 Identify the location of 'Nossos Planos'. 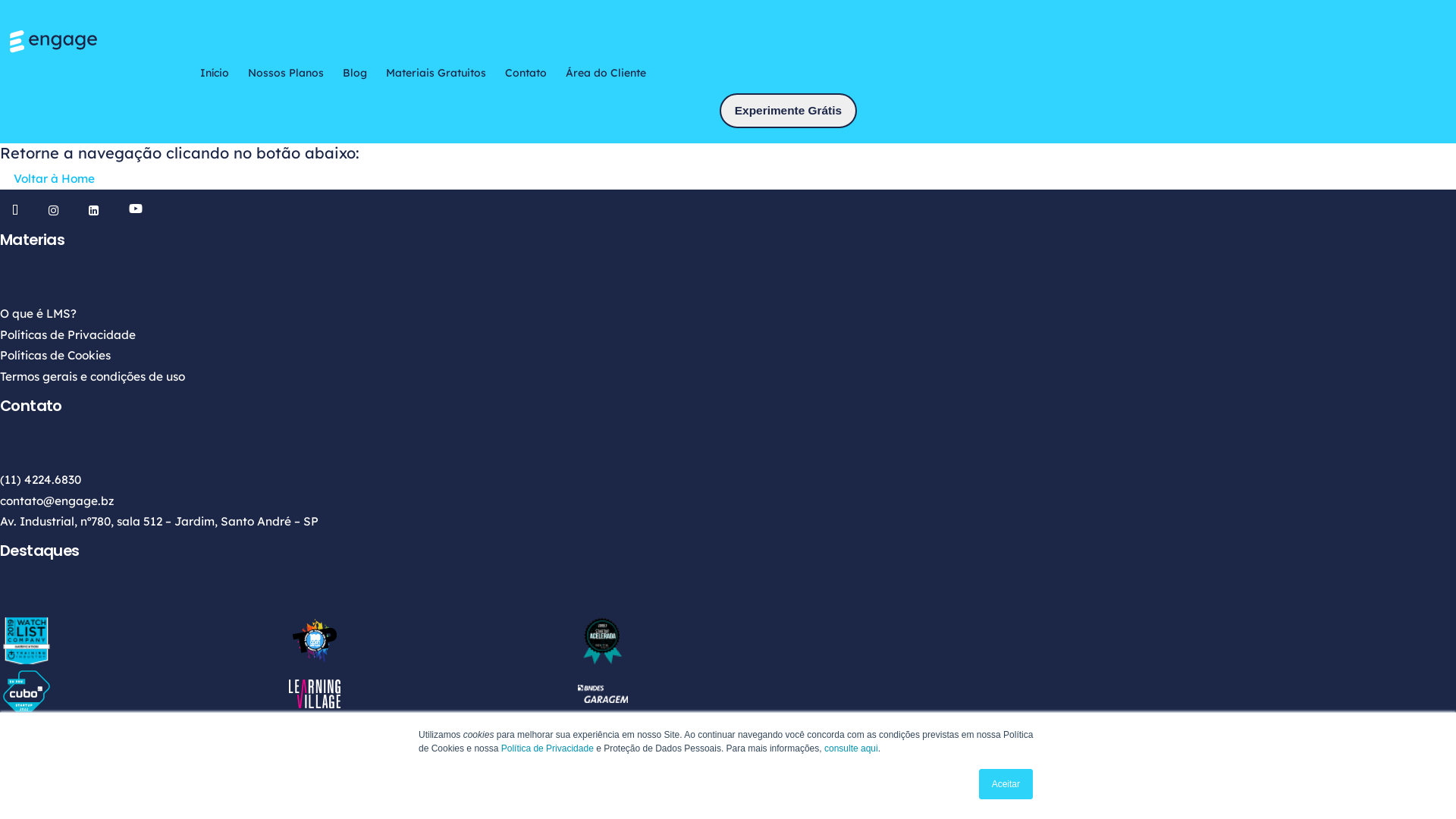
(284, 73).